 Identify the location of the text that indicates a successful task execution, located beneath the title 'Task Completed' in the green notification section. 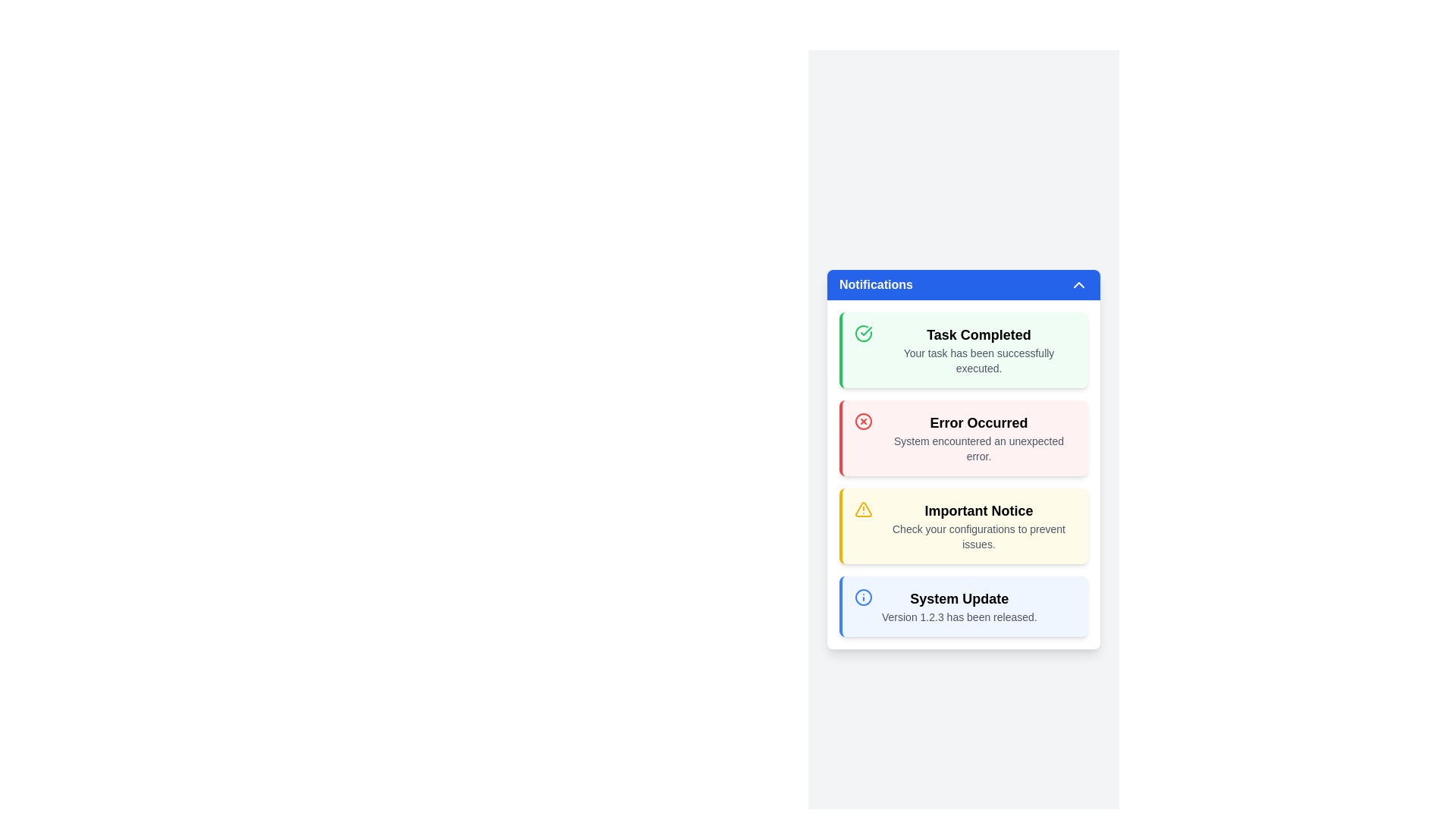
(979, 360).